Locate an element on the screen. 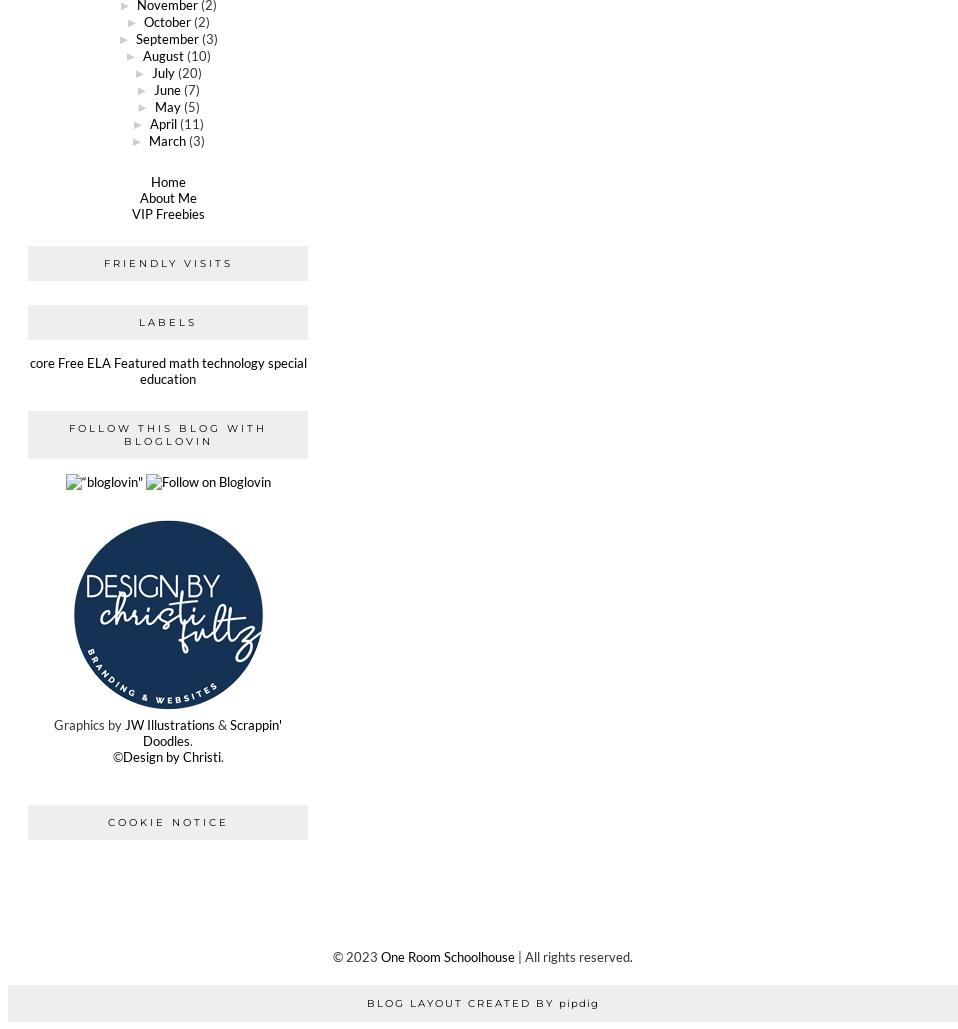 Image resolution: width=958 pixels, height=1029 pixels. 'Blog Layout Created by' is located at coordinates (366, 1002).